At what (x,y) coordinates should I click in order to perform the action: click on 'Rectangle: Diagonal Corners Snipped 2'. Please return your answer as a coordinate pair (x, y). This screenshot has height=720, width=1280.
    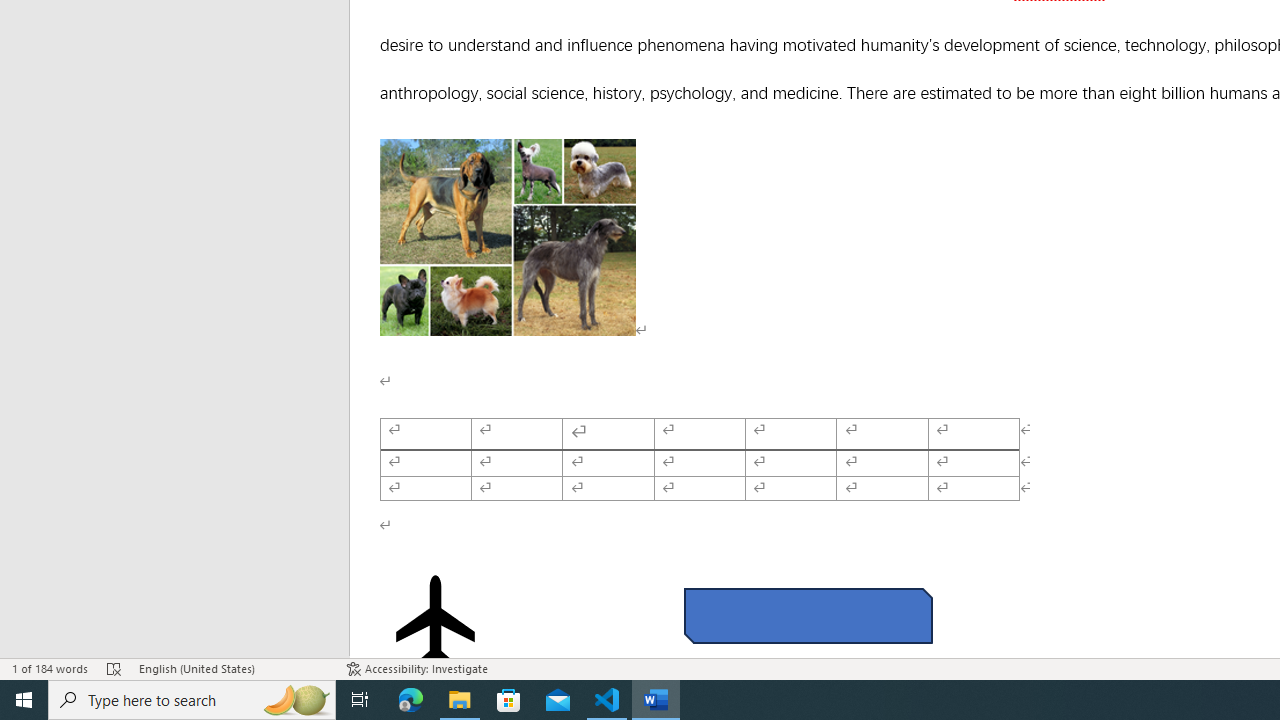
    Looking at the image, I should click on (808, 614).